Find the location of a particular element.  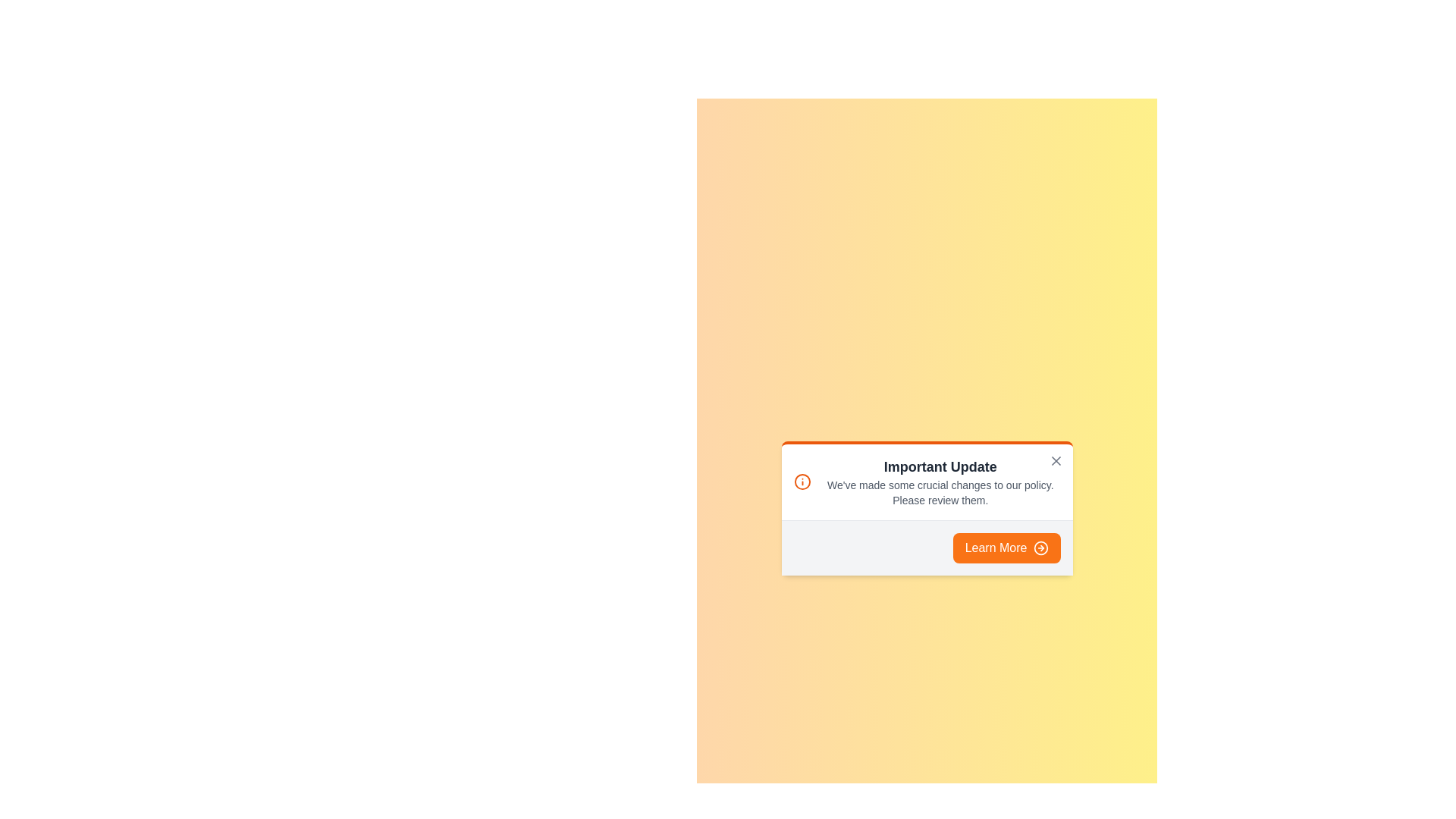

close button to dismiss the alert is located at coordinates (1055, 460).